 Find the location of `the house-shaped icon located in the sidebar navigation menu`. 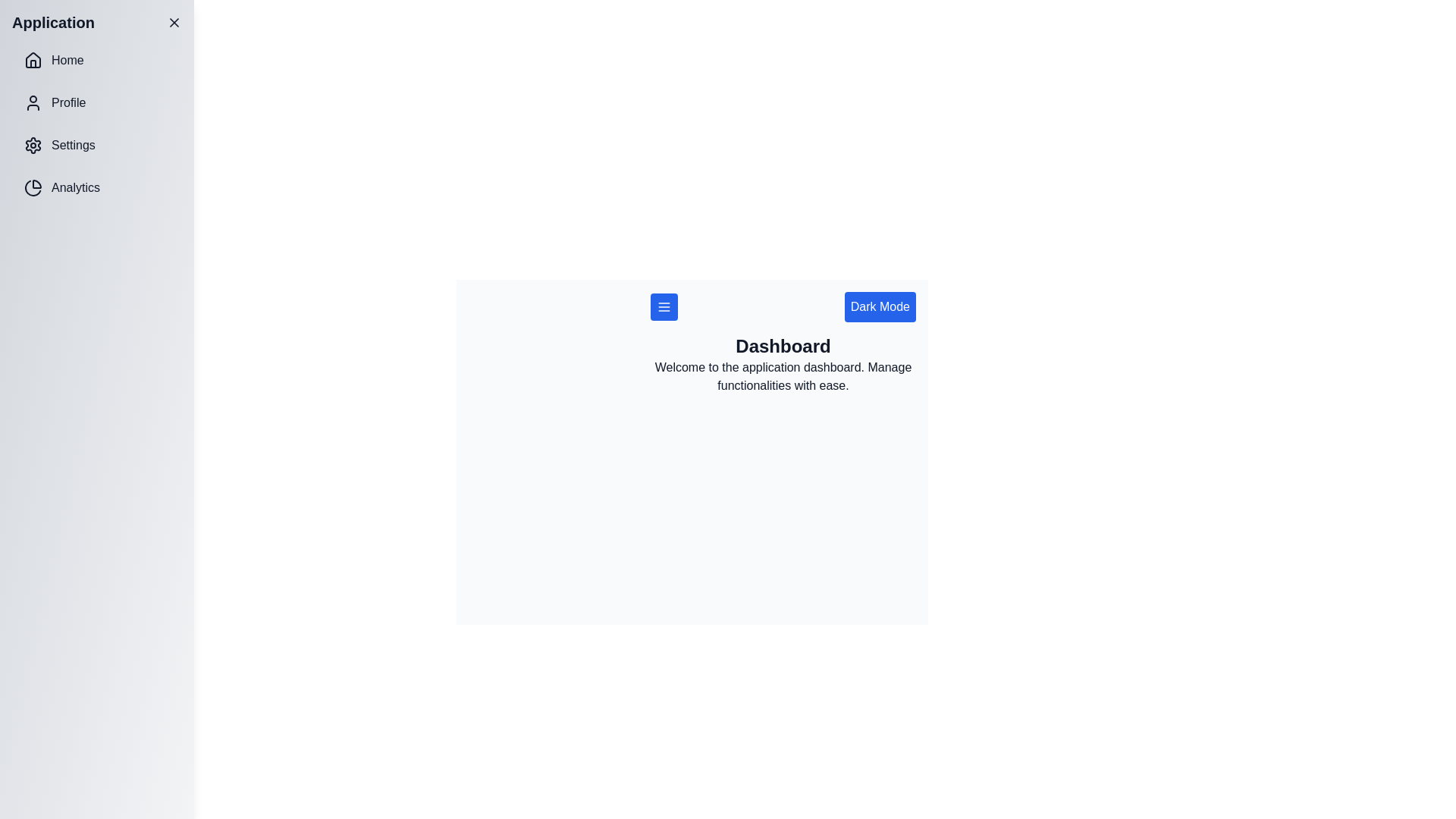

the house-shaped icon located in the sidebar navigation menu is located at coordinates (33, 60).